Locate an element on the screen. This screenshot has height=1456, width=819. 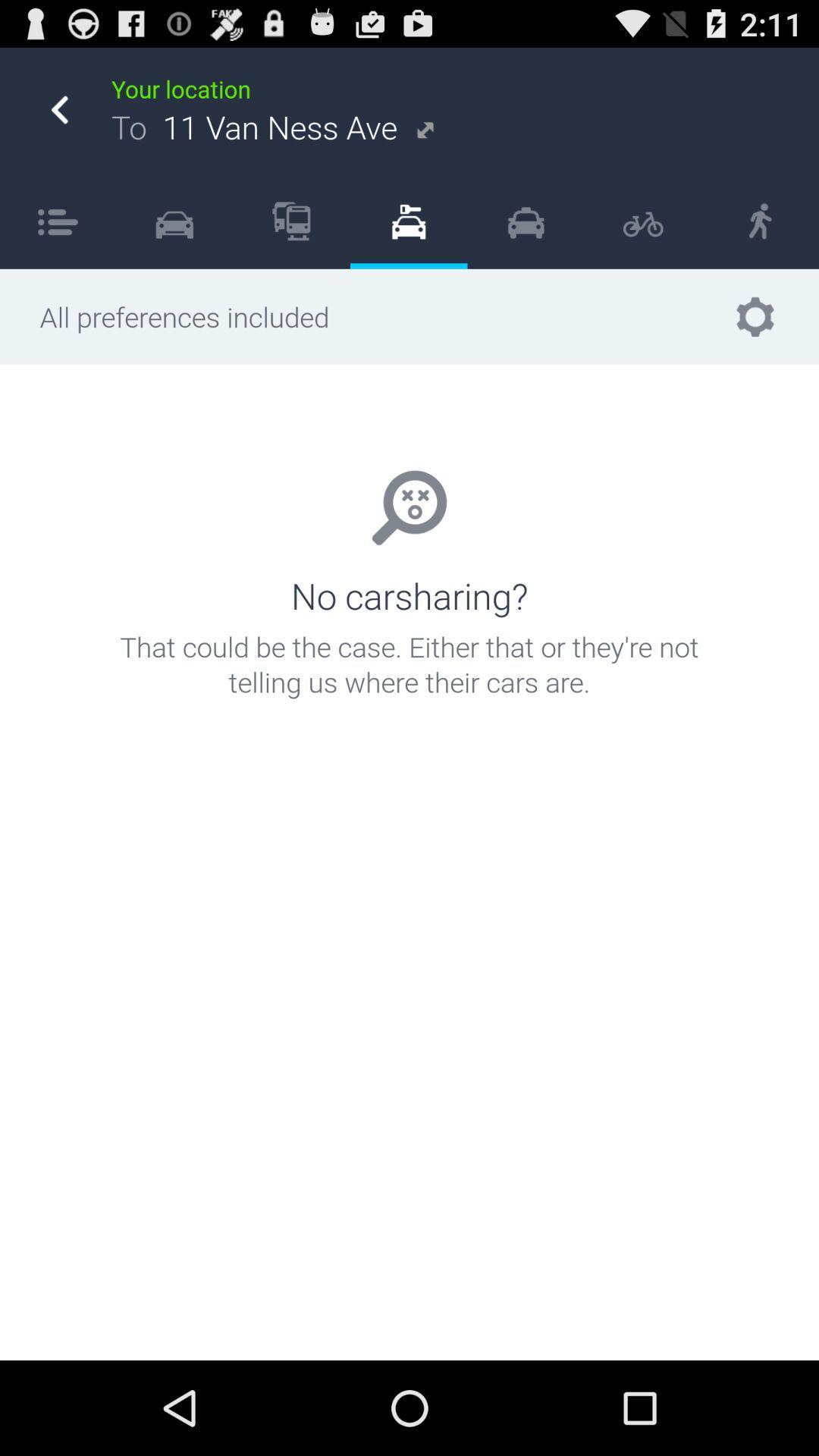
the settings button on the web page is located at coordinates (755, 315).